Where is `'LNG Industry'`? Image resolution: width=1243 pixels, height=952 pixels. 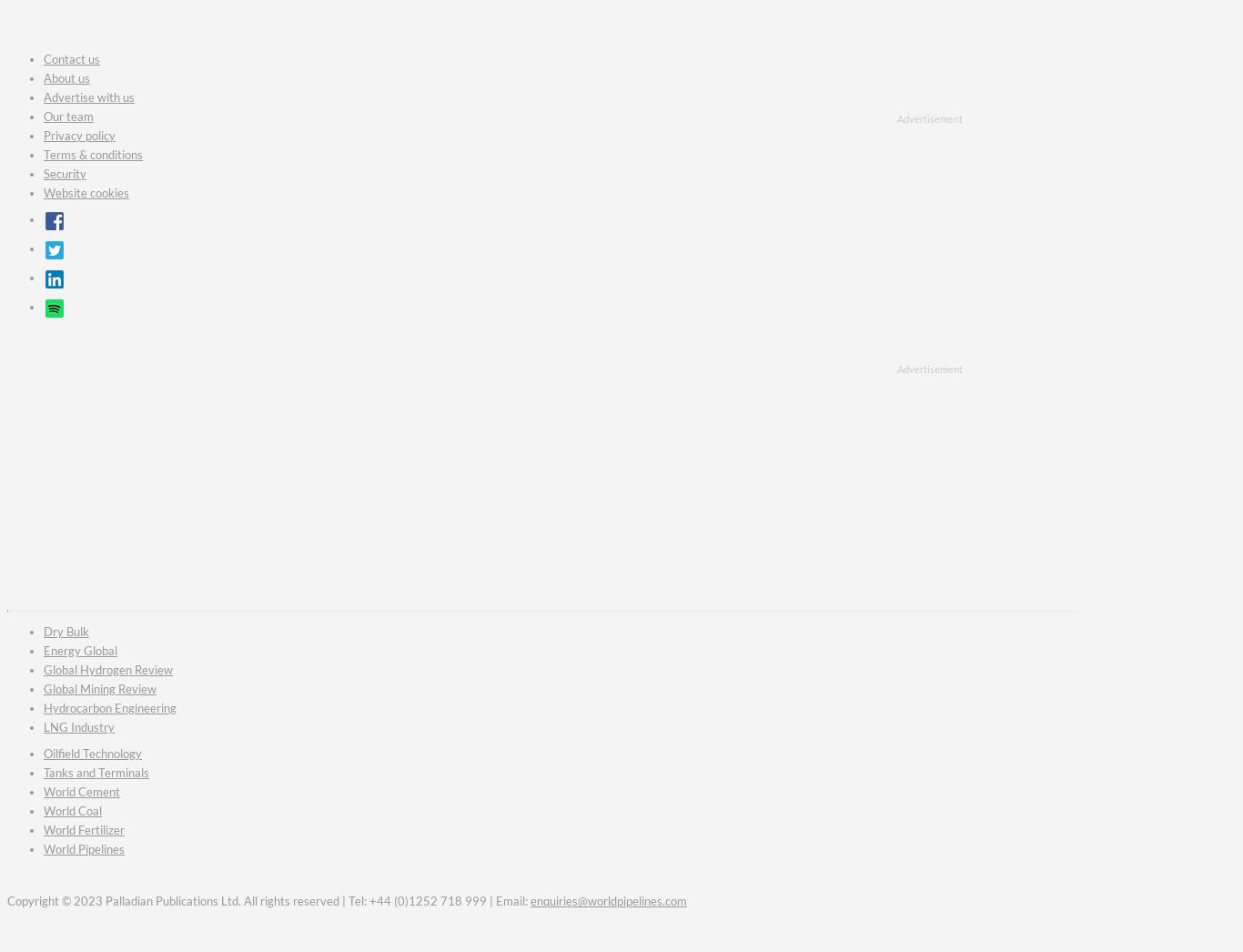
'LNG Industry' is located at coordinates (43, 727).